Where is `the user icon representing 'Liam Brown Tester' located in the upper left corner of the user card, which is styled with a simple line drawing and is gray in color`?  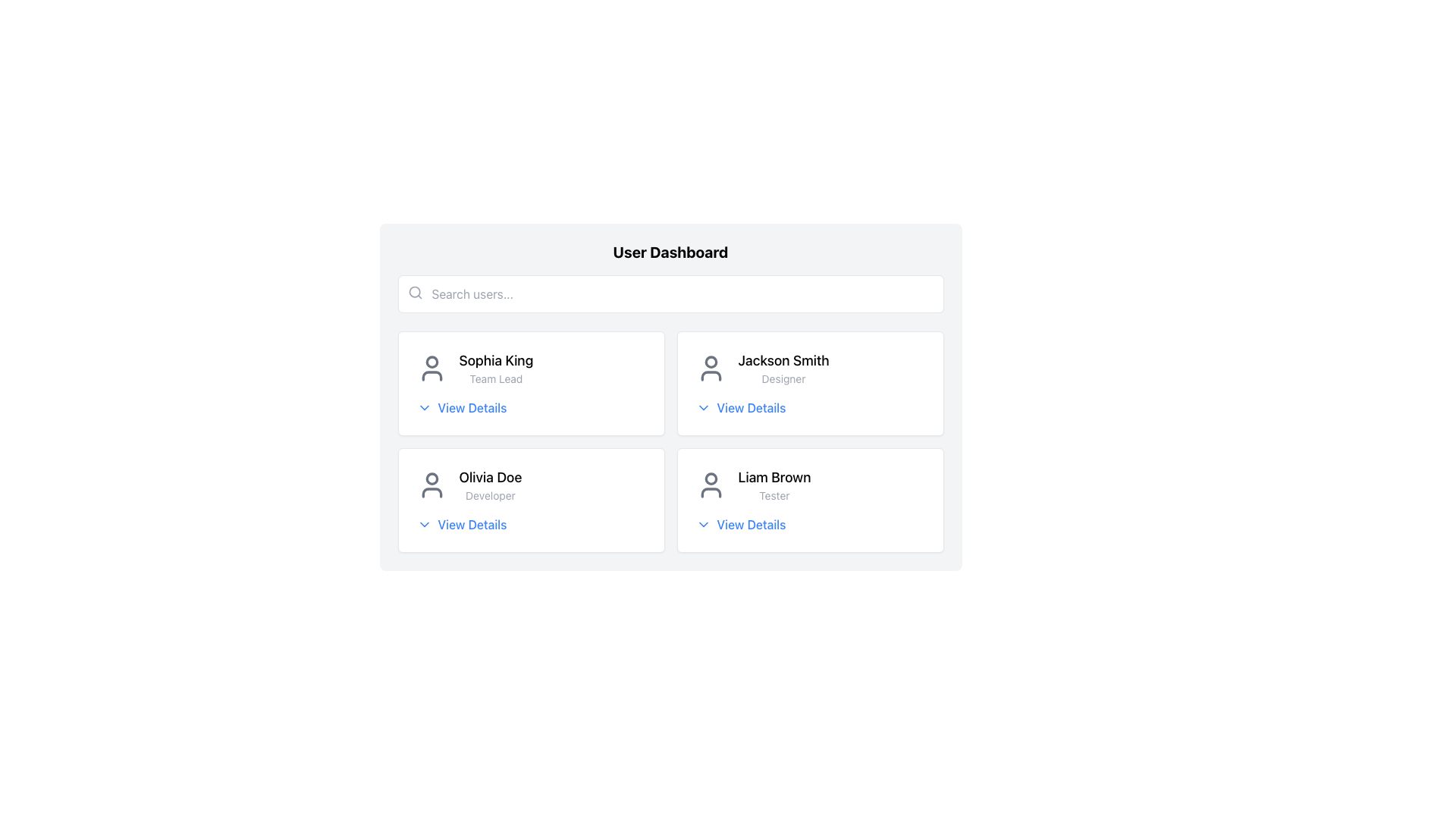 the user icon representing 'Liam Brown Tester' located in the upper left corner of the user card, which is styled with a simple line drawing and is gray in color is located at coordinates (710, 485).